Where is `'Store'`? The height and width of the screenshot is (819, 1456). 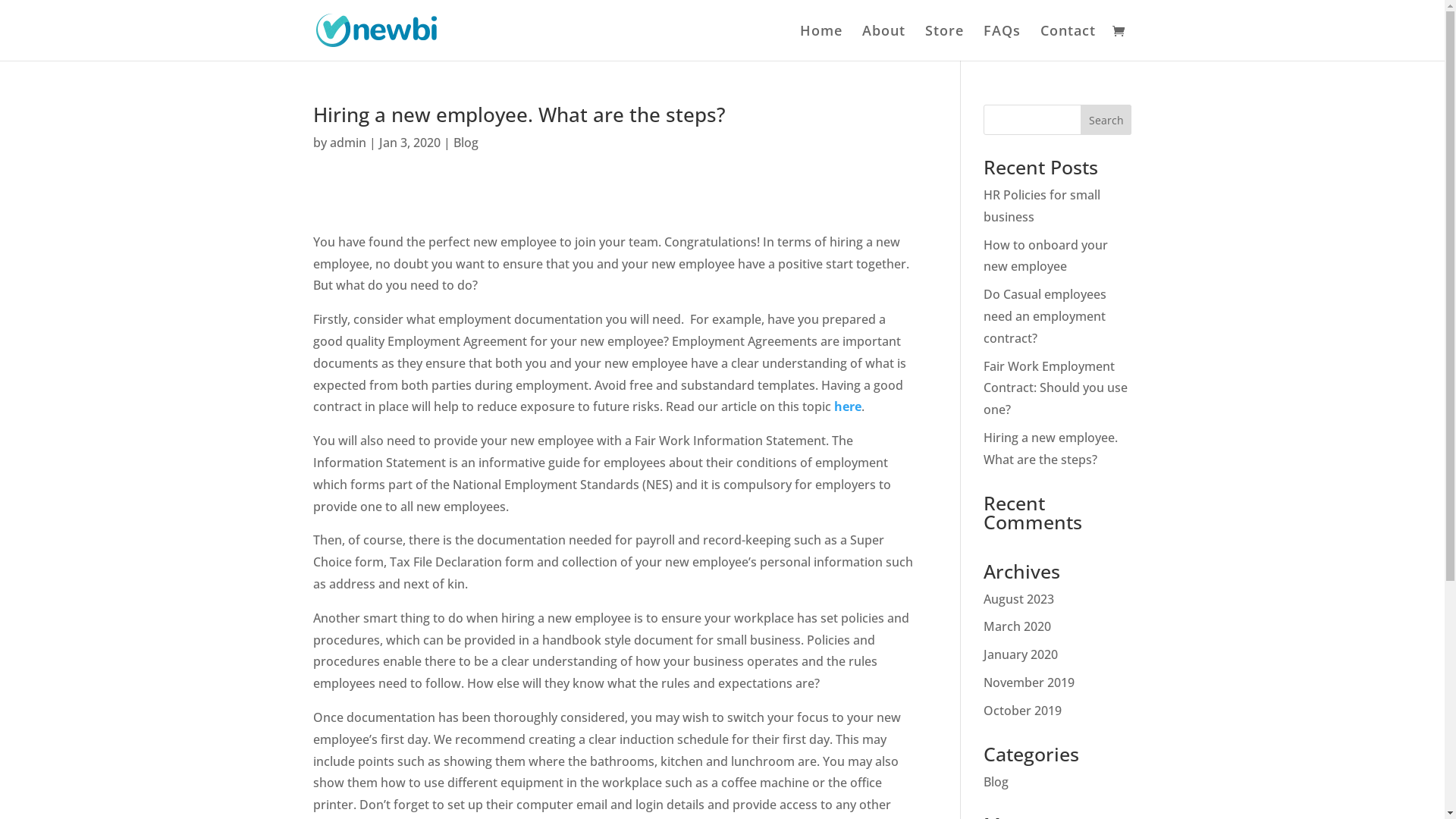 'Store' is located at coordinates (924, 42).